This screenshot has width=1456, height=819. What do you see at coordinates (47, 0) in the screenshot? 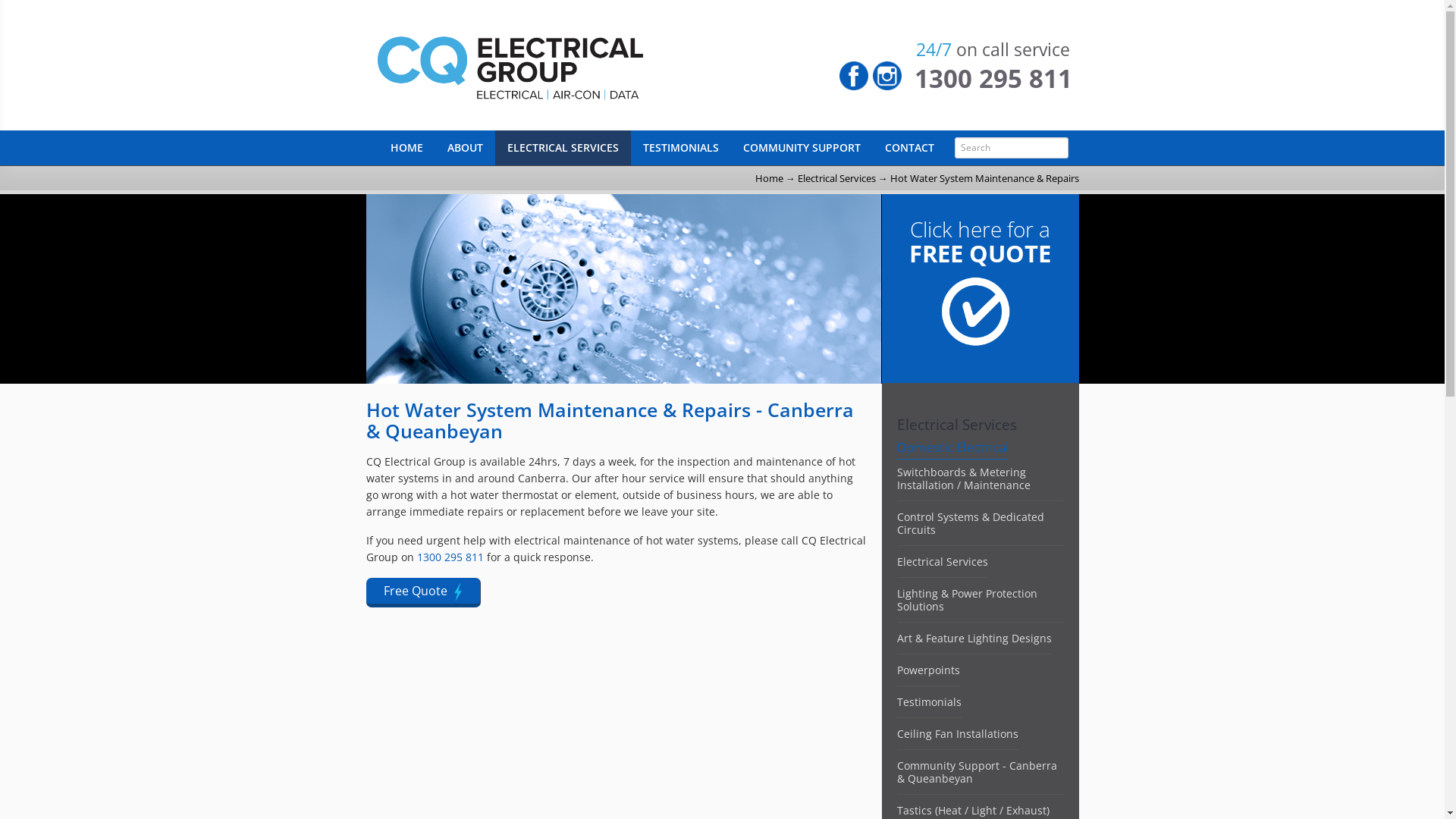
I see `'Skip to main content'` at bounding box center [47, 0].